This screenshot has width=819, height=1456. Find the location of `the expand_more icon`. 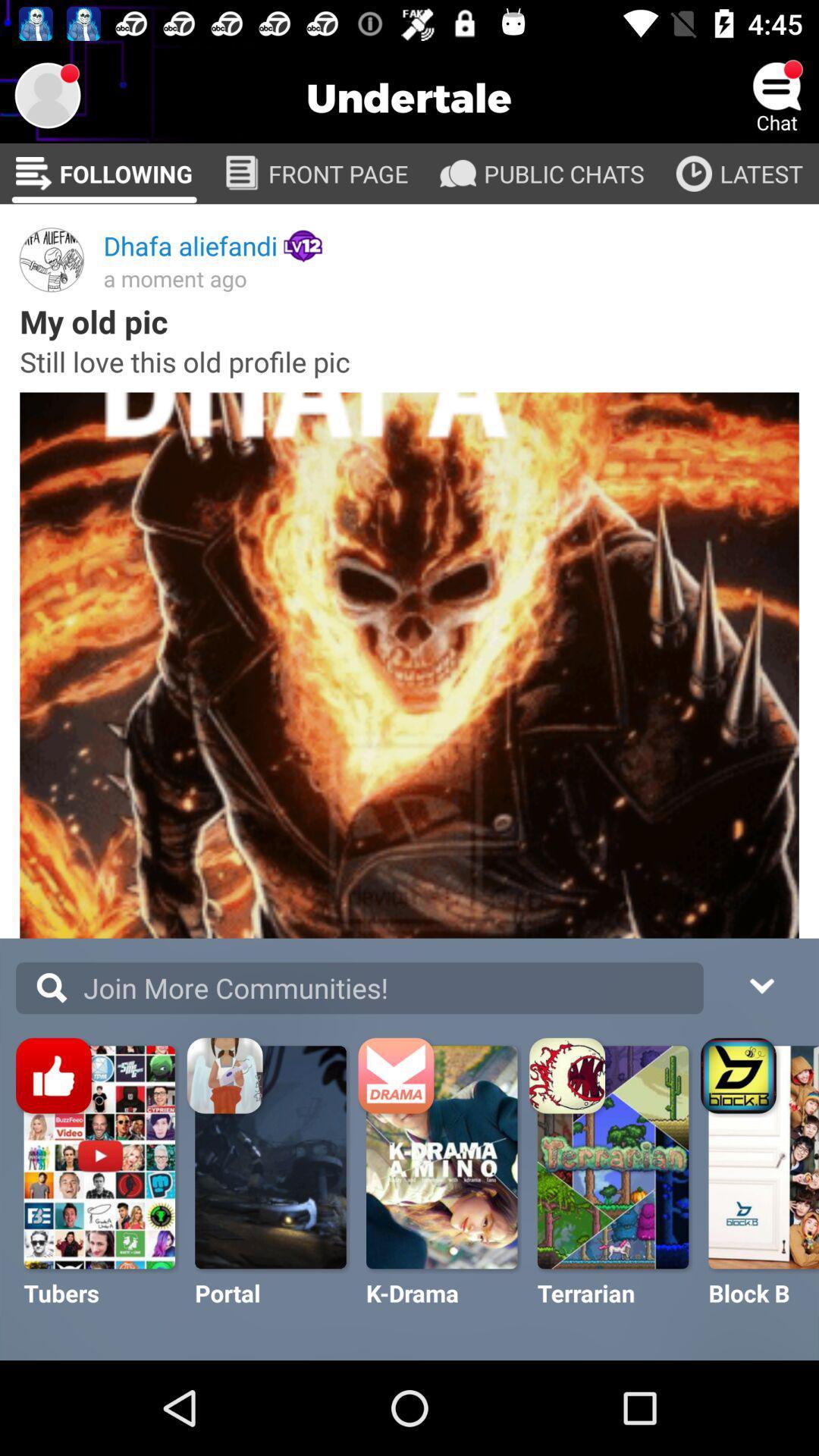

the expand_more icon is located at coordinates (761, 984).